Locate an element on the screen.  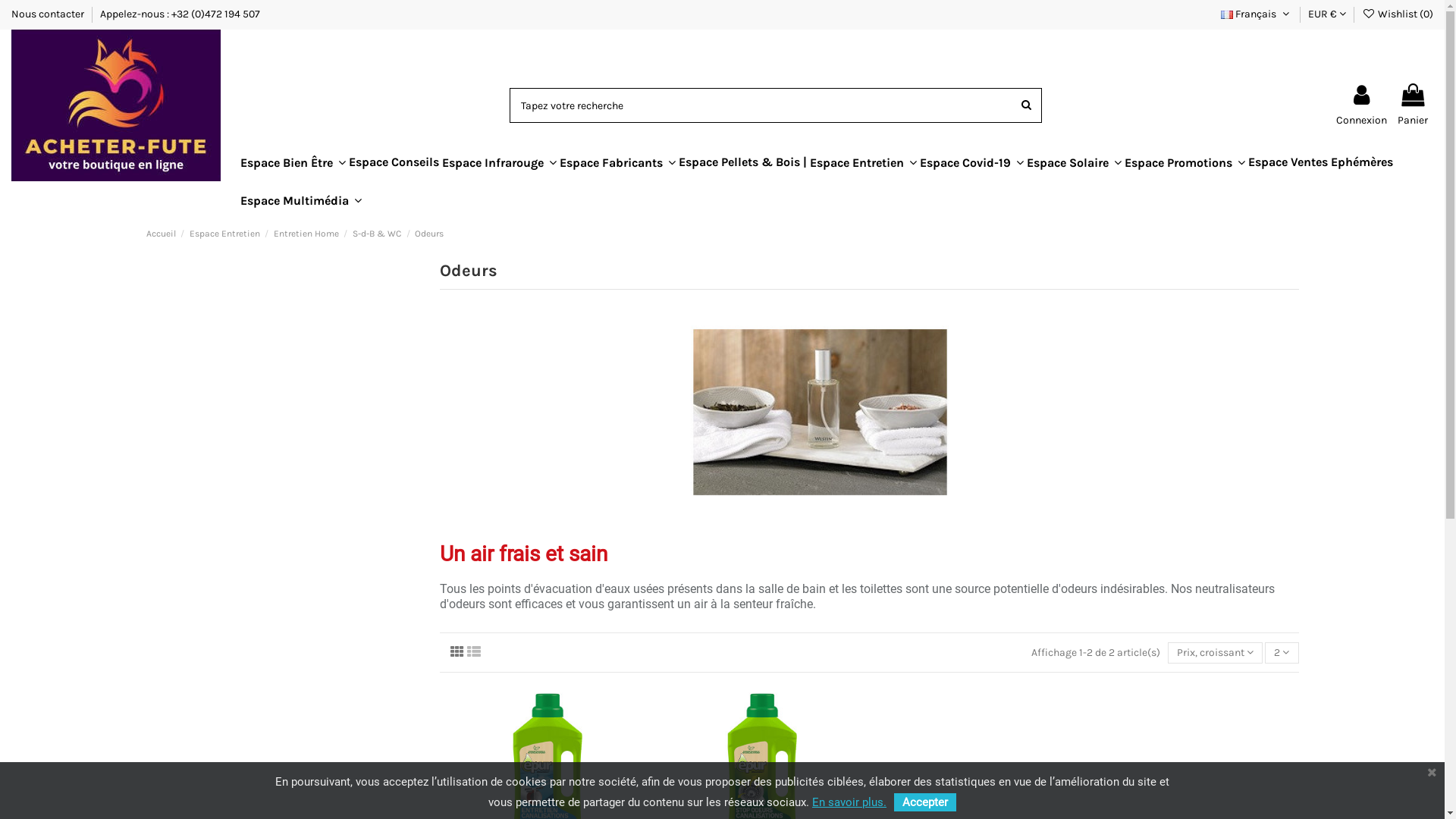
'Espace Conseils' is located at coordinates (346, 162).